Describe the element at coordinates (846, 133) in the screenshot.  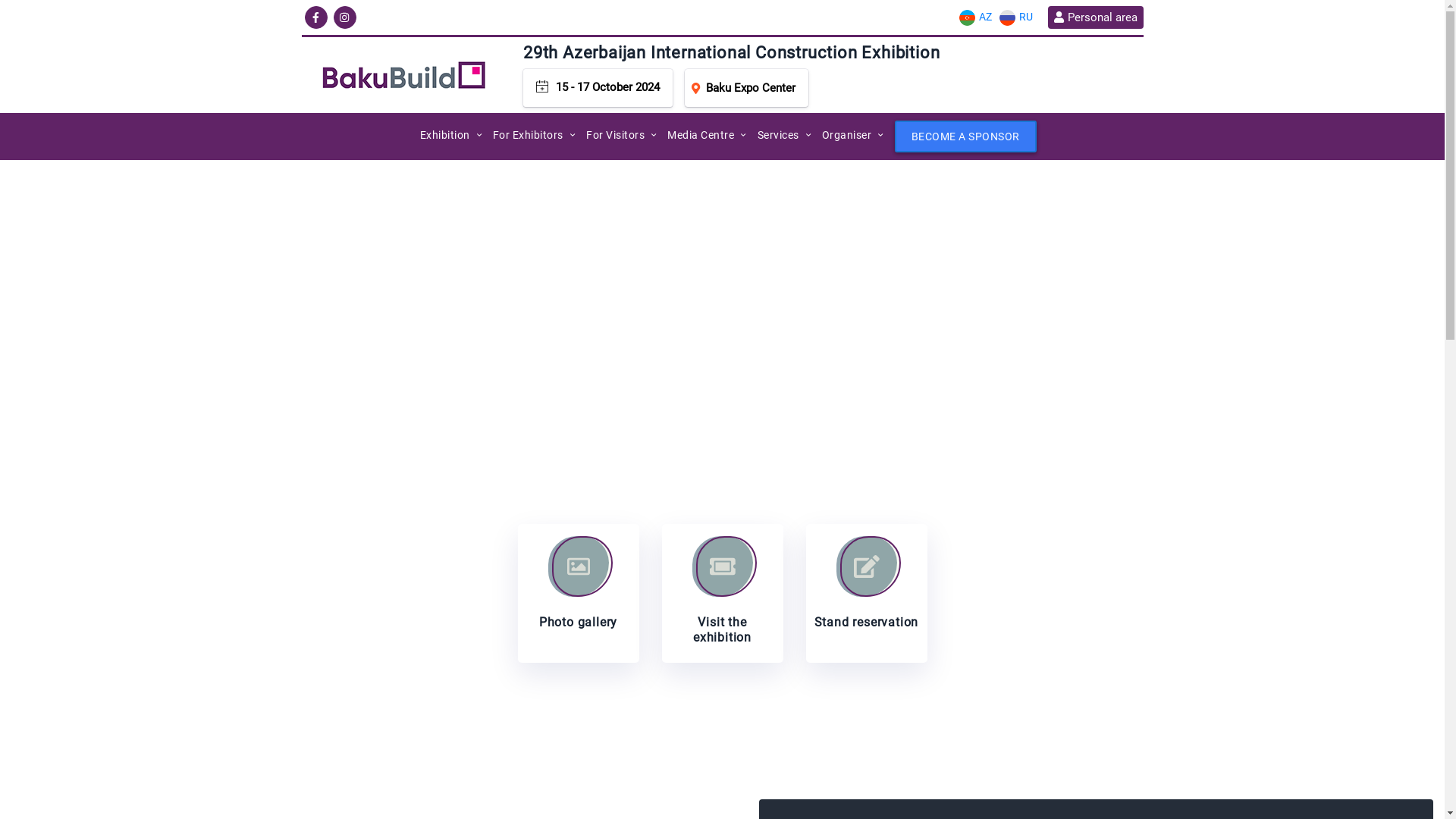
I see `'Organiser'` at that location.